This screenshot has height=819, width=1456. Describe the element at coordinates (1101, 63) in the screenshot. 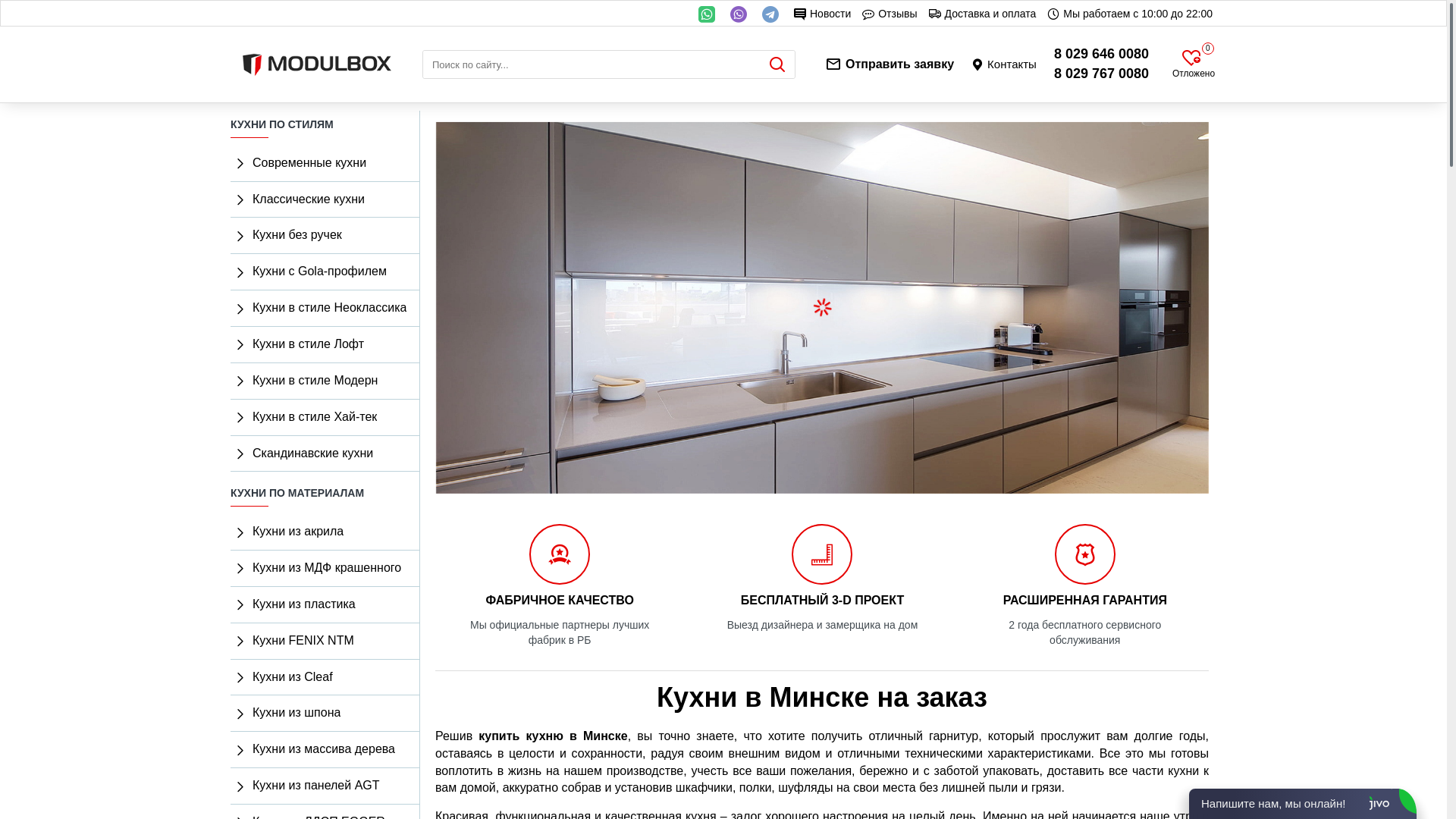

I see `'8 029 646 0080` at that location.